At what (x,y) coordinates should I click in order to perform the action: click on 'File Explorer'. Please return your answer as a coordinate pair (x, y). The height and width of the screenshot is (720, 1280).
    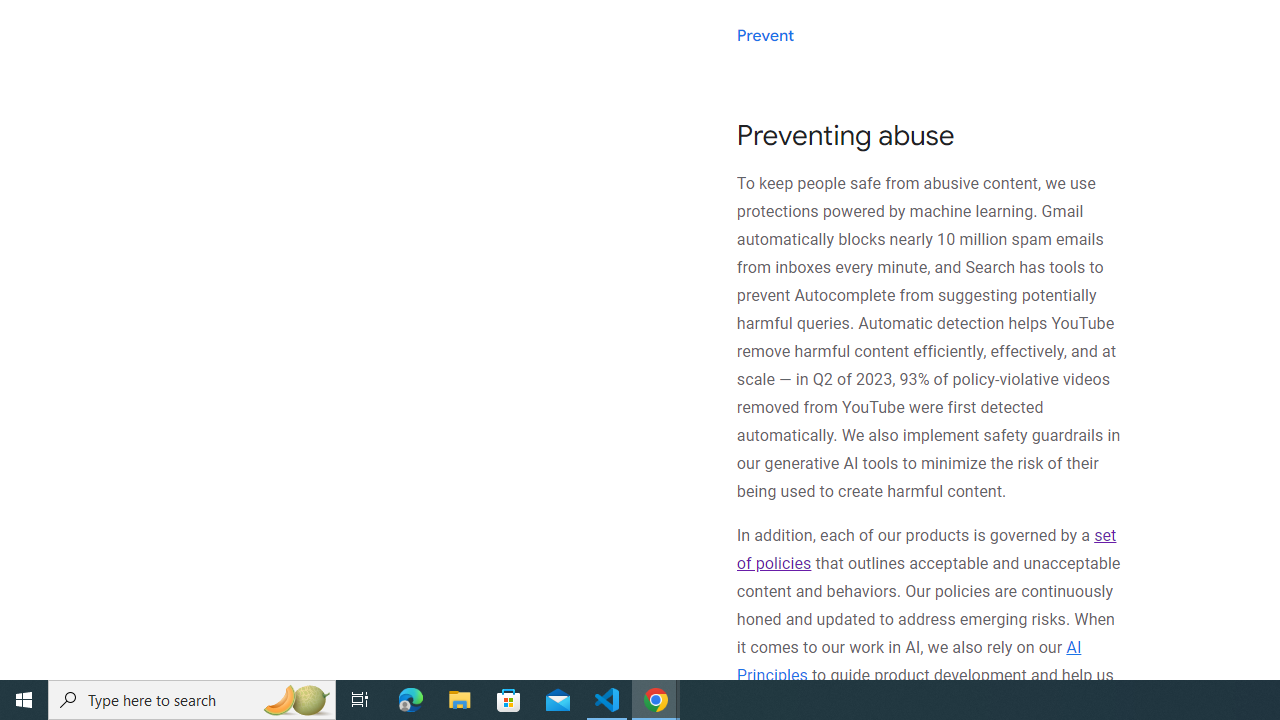
    Looking at the image, I should click on (459, 698).